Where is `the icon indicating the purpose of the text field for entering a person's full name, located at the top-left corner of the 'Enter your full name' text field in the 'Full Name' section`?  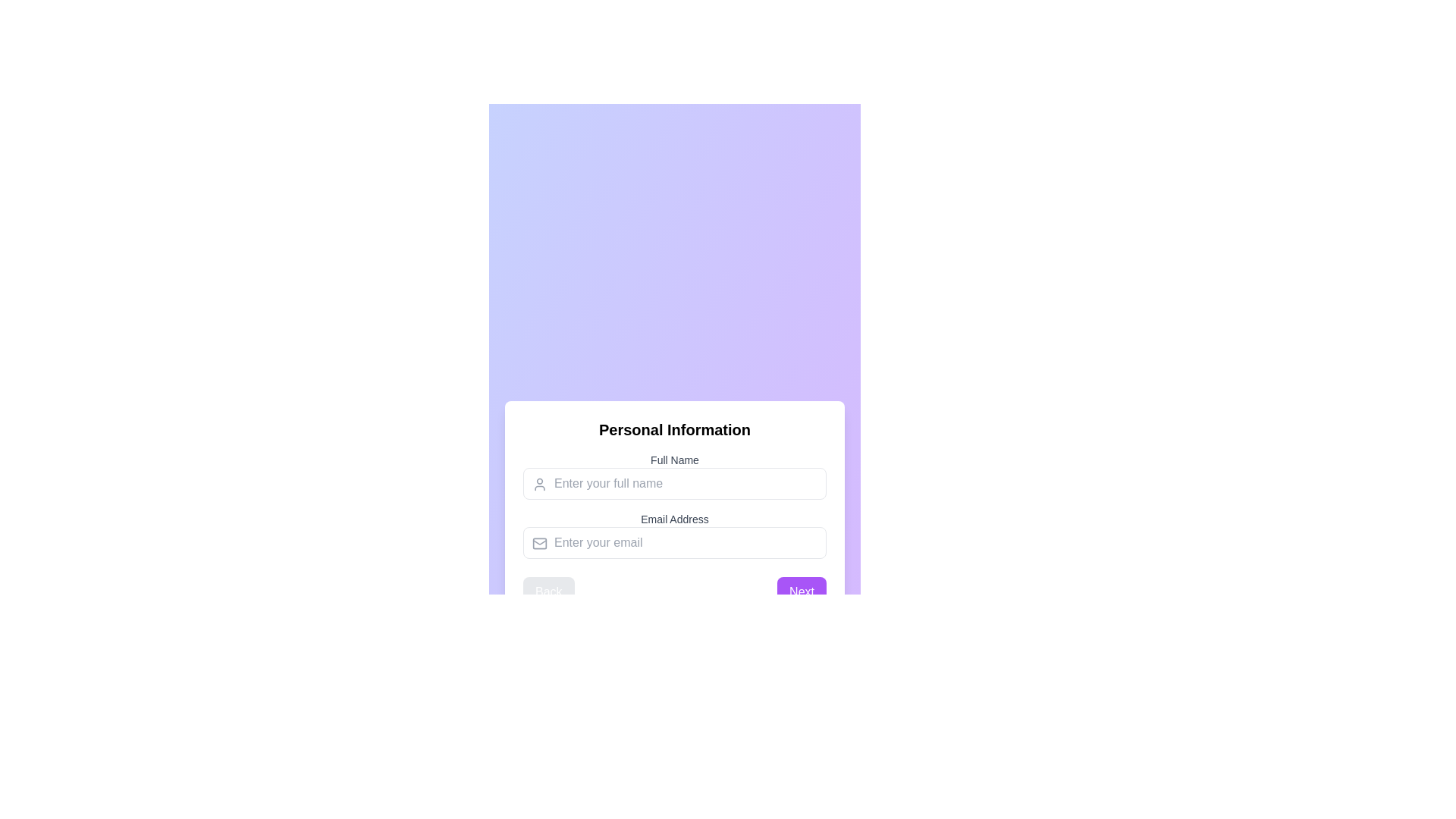
the icon indicating the purpose of the text field for entering a person's full name, located at the top-left corner of the 'Enter your full name' text field in the 'Full Name' section is located at coordinates (539, 485).